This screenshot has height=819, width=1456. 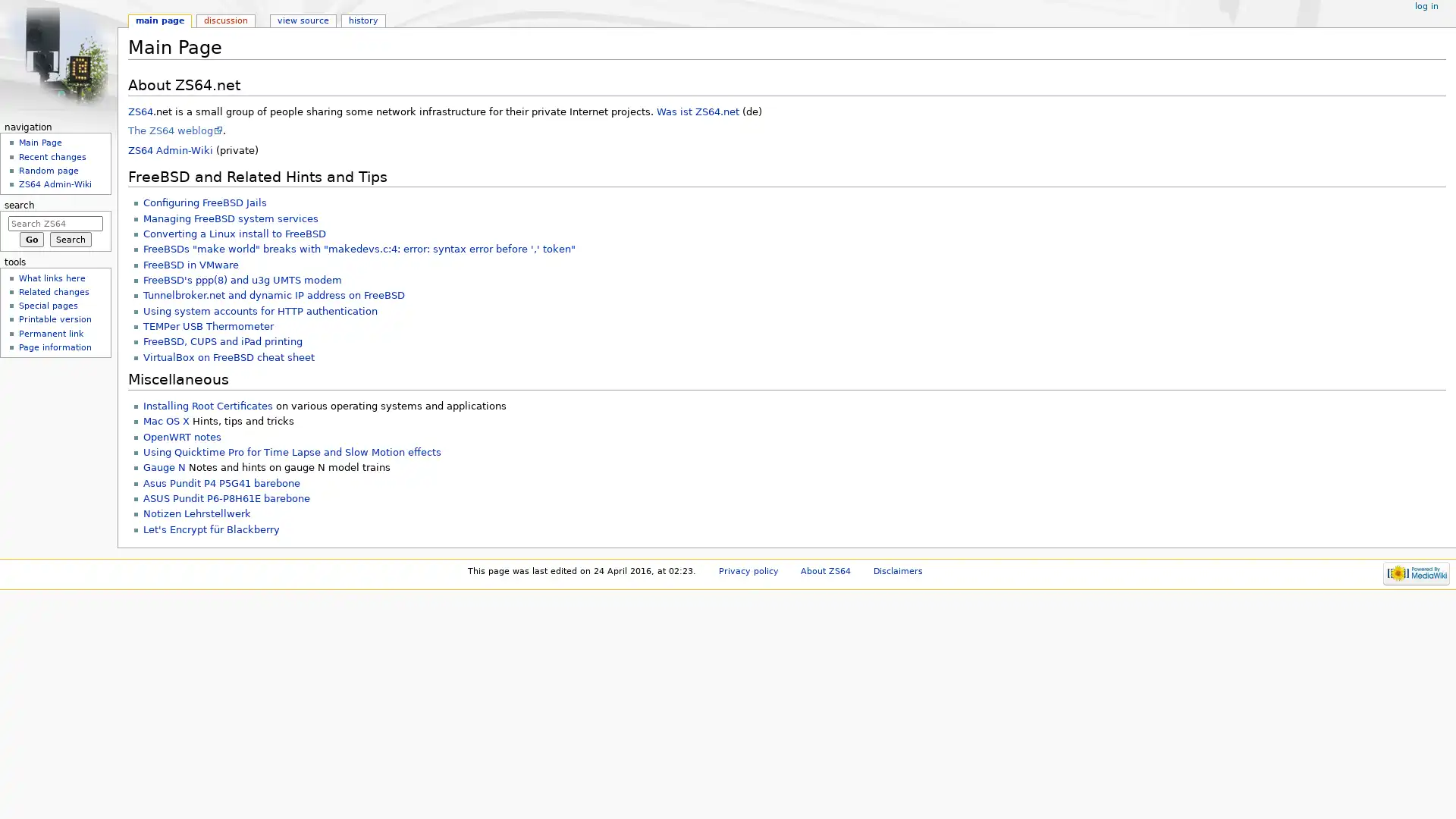 I want to click on Search, so click(x=70, y=239).